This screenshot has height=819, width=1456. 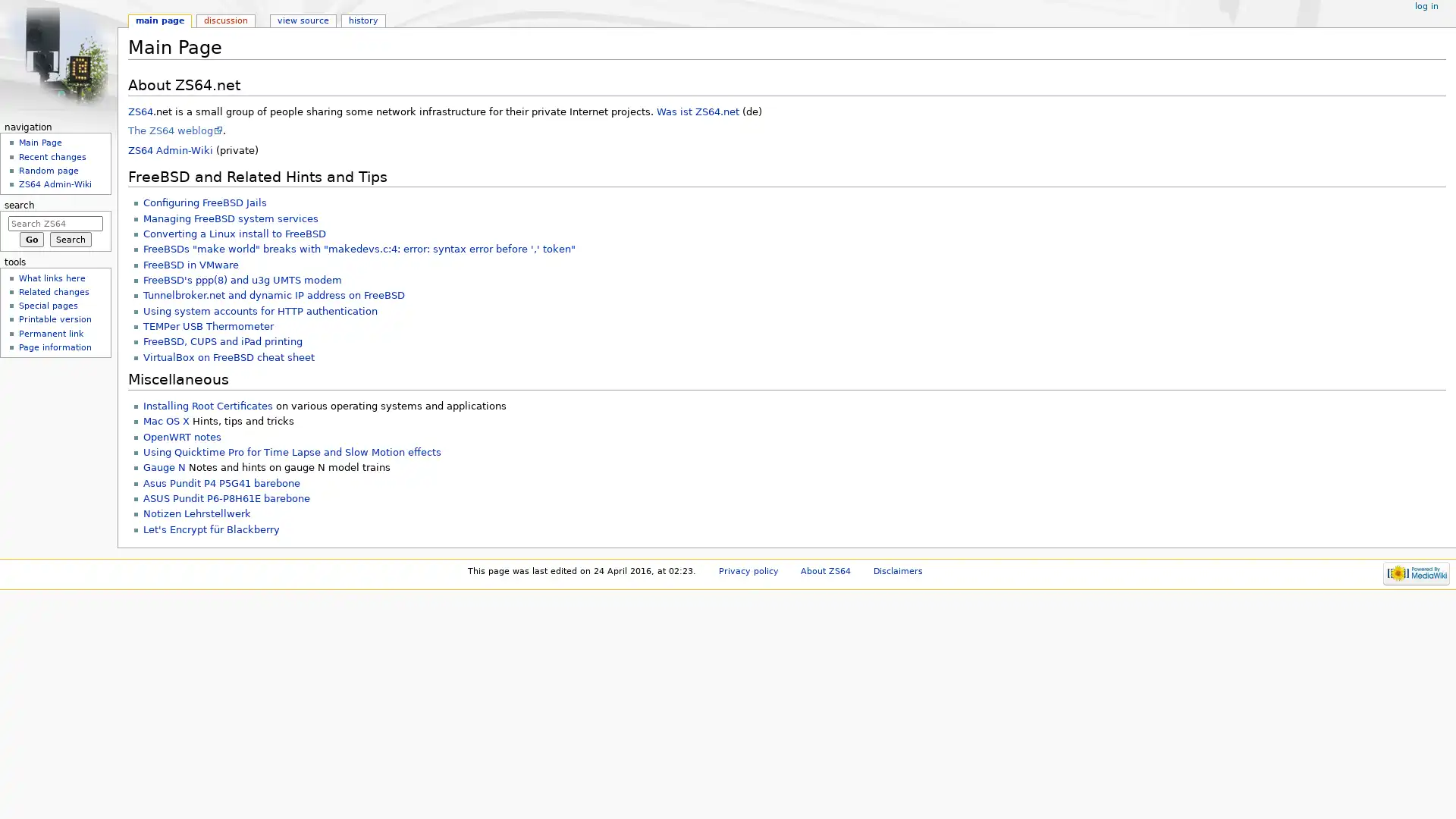 I want to click on Search, so click(x=70, y=239).